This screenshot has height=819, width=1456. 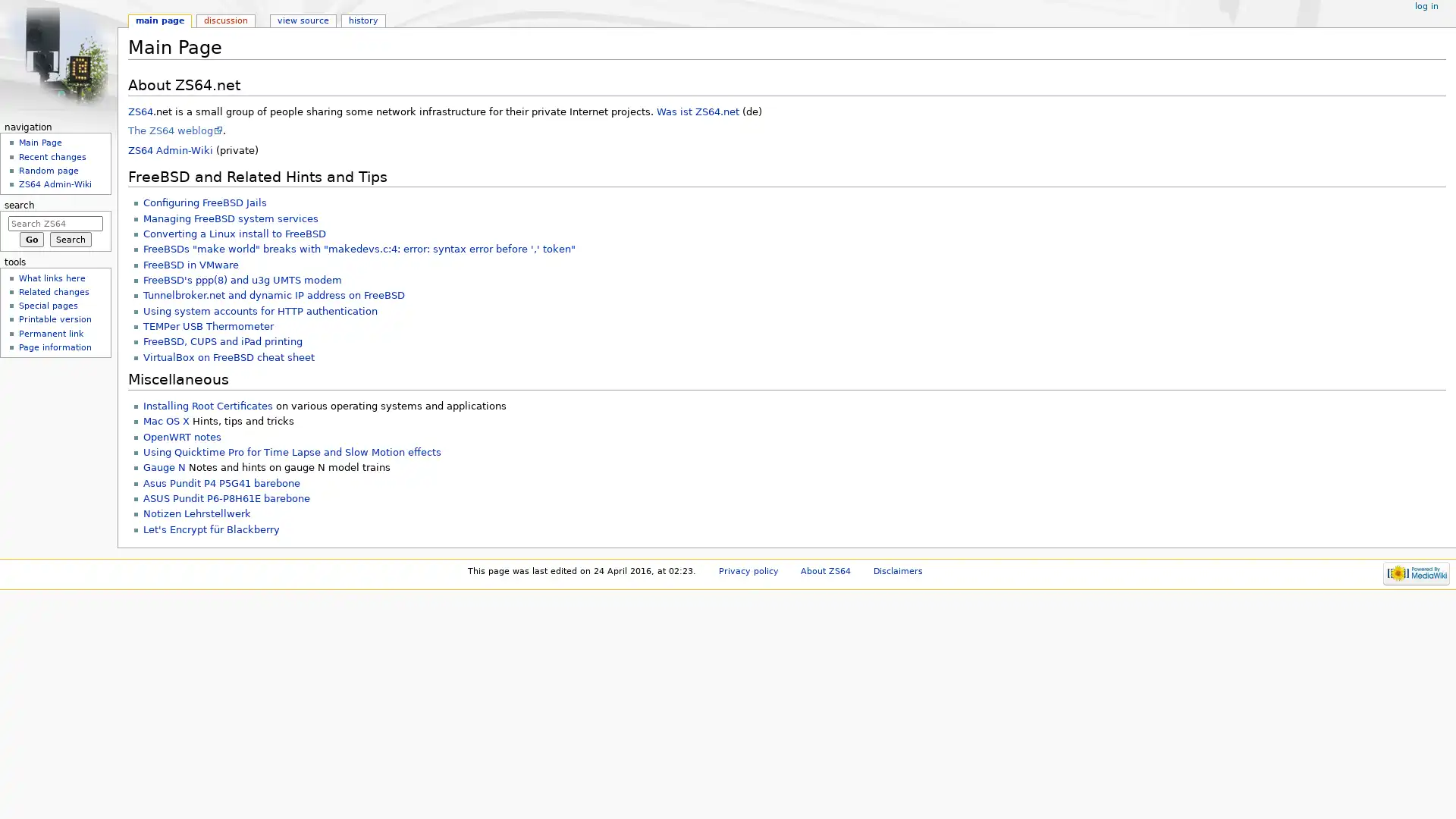 I want to click on Search, so click(x=70, y=239).